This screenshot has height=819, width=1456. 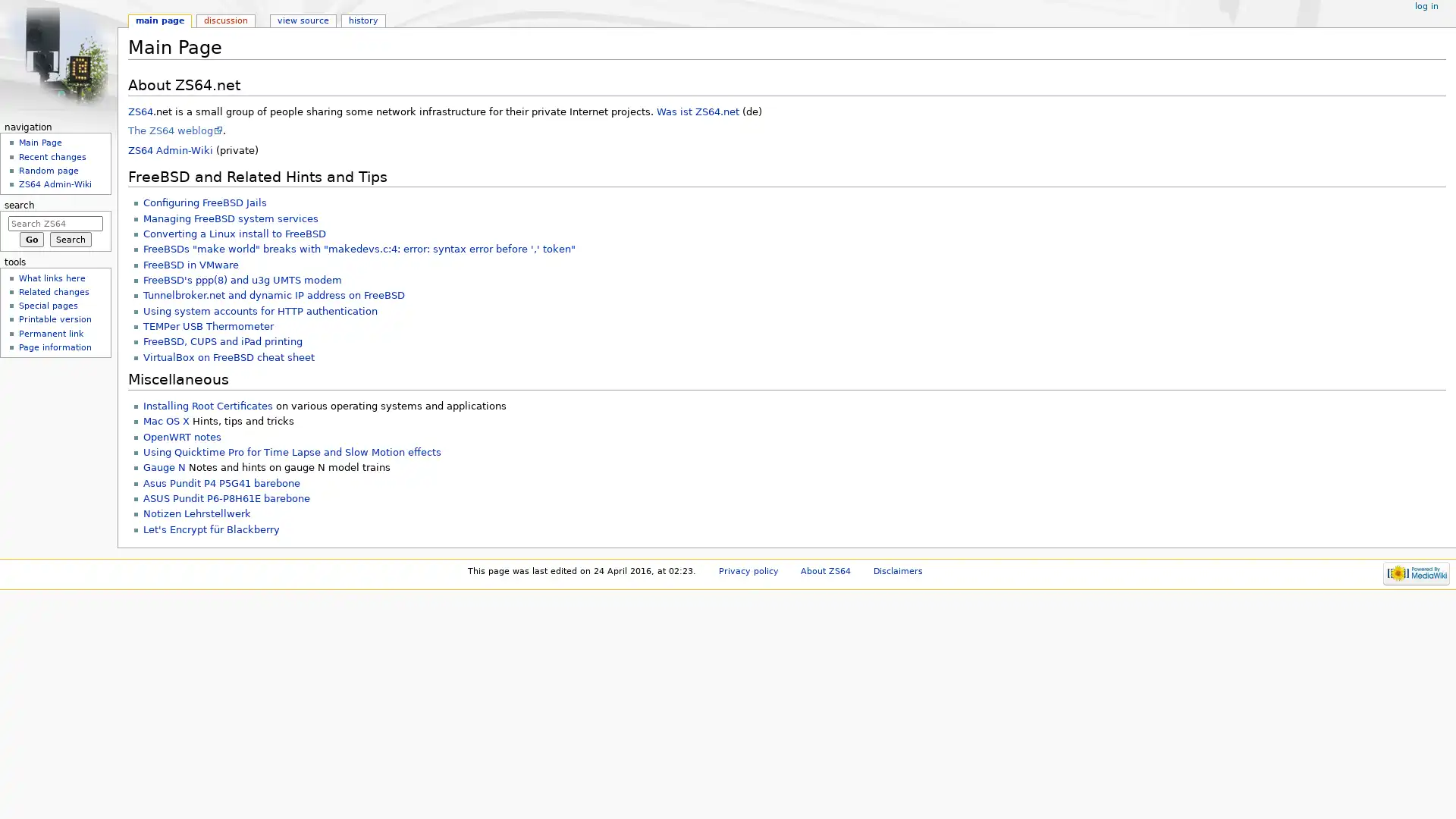 I want to click on Search, so click(x=70, y=239).